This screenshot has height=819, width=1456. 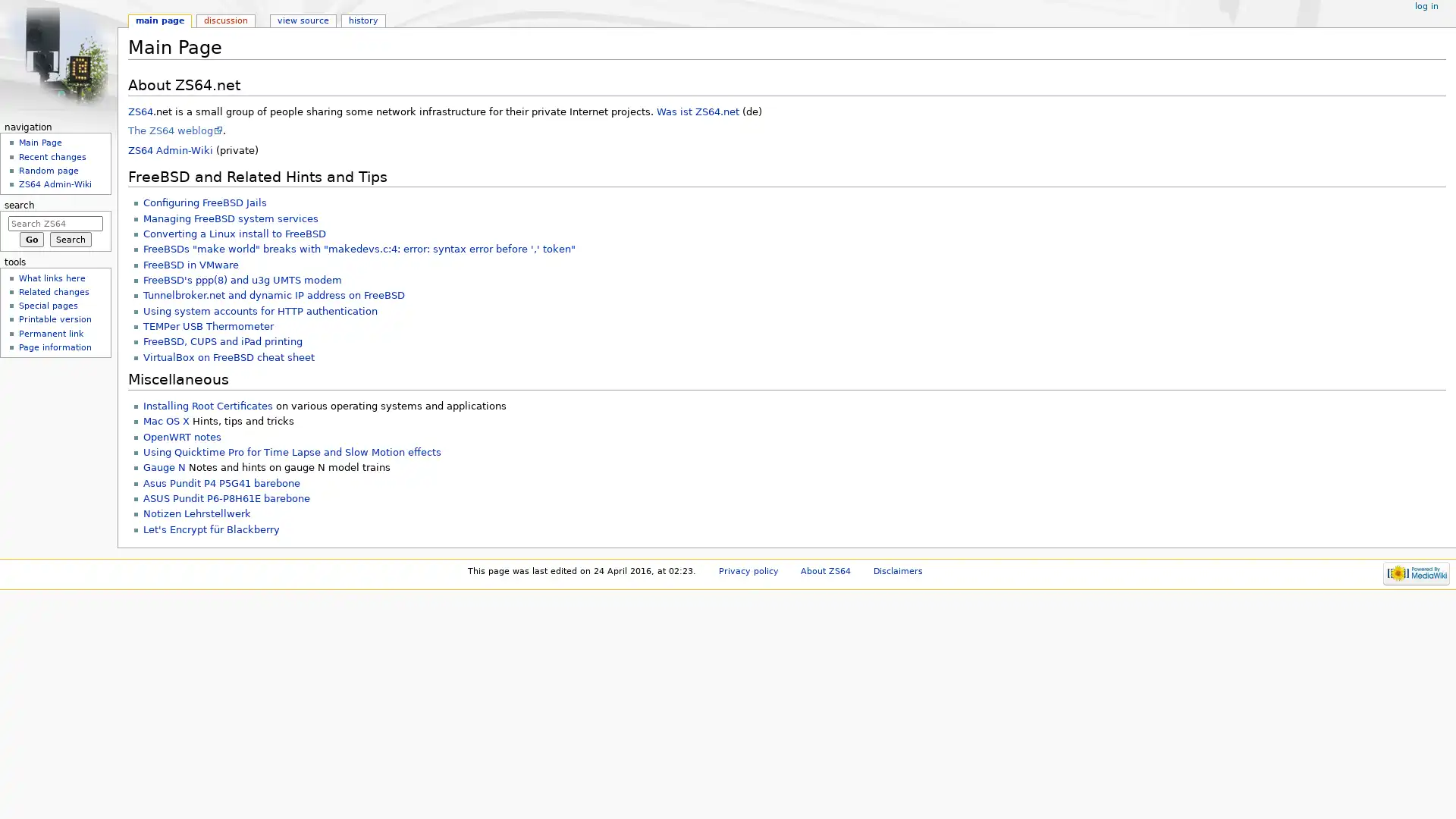 I want to click on Search, so click(x=70, y=239).